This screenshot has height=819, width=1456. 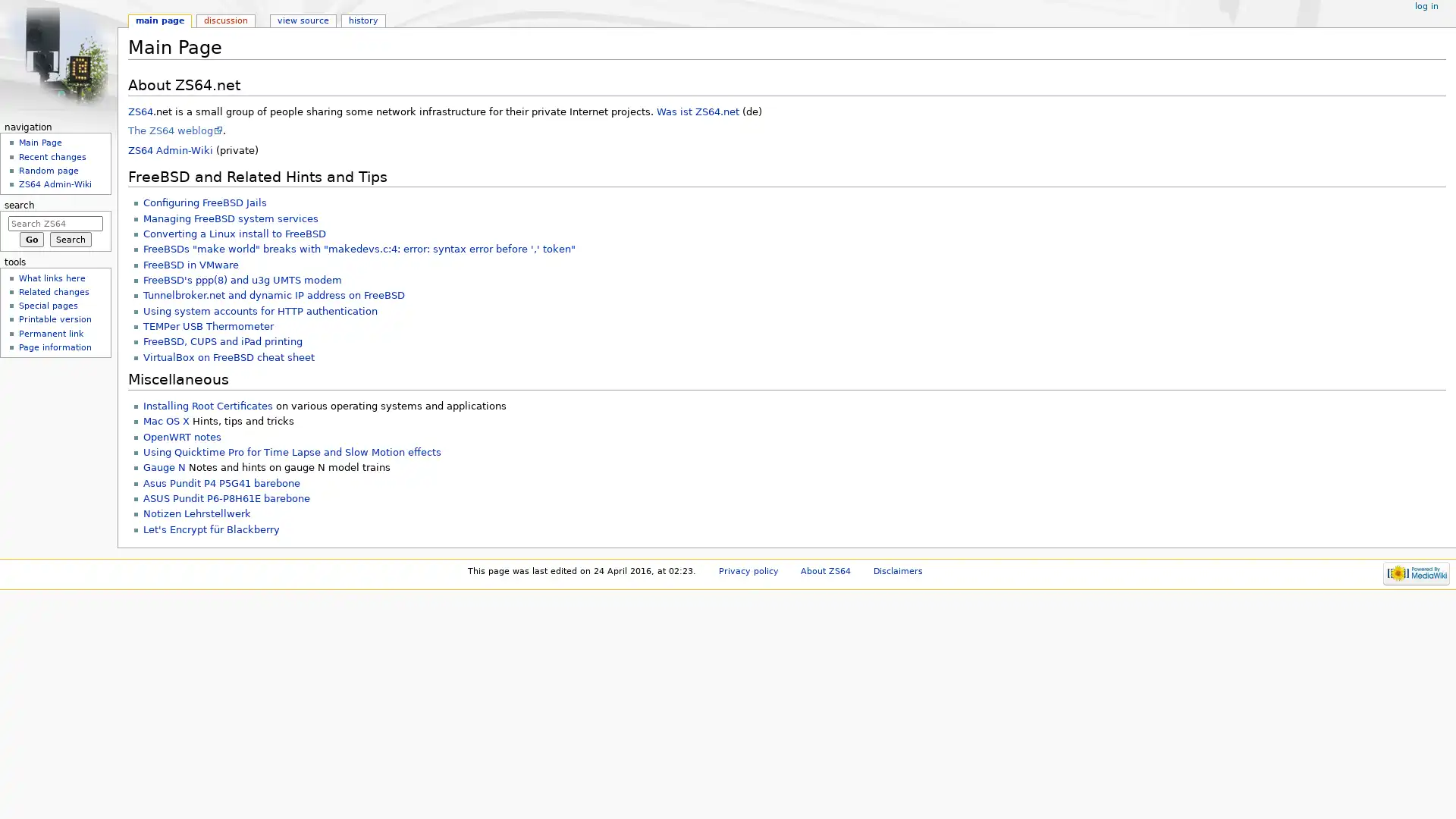 I want to click on Search, so click(x=70, y=239).